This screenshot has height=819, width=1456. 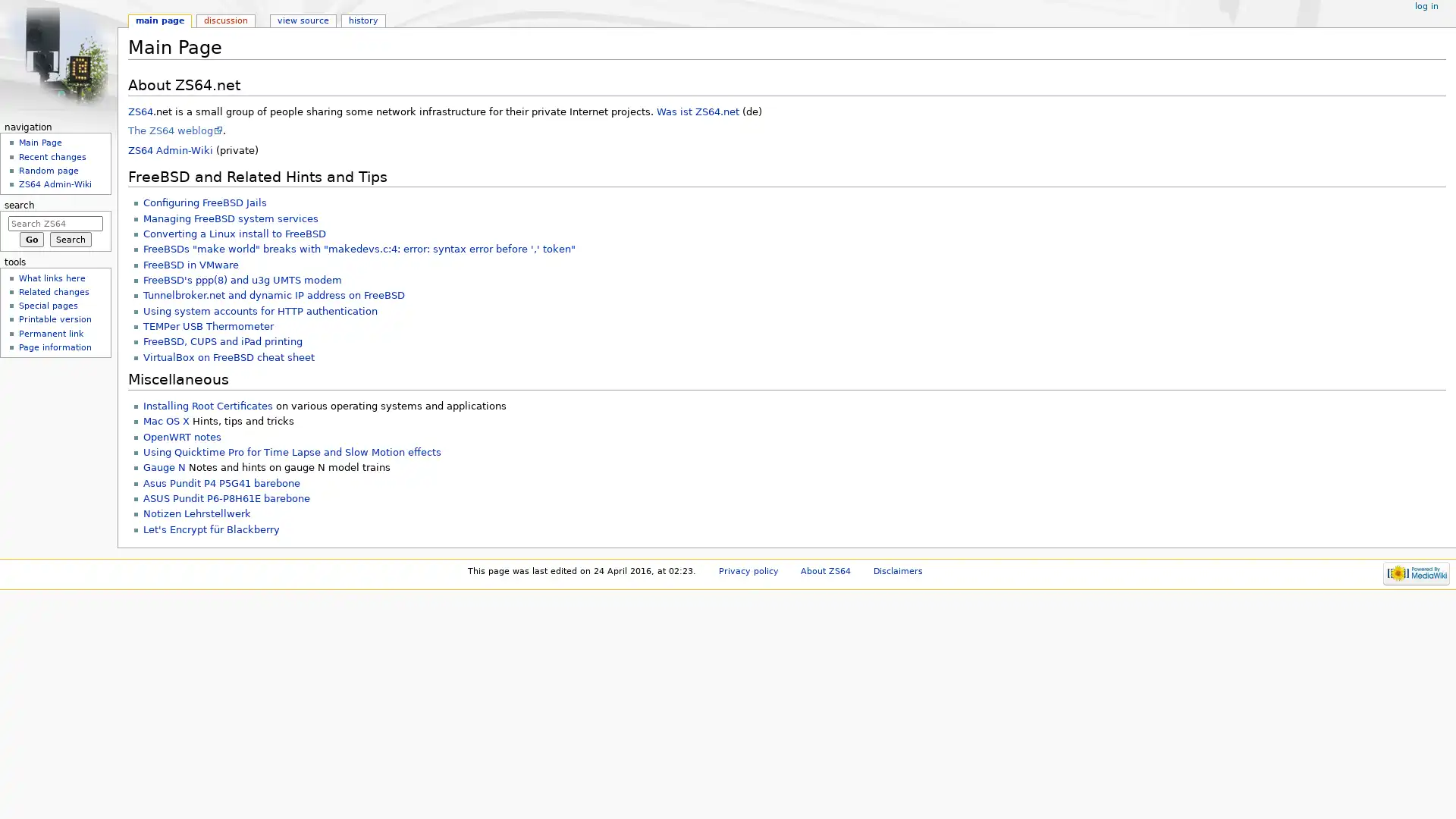 I want to click on Search, so click(x=70, y=239).